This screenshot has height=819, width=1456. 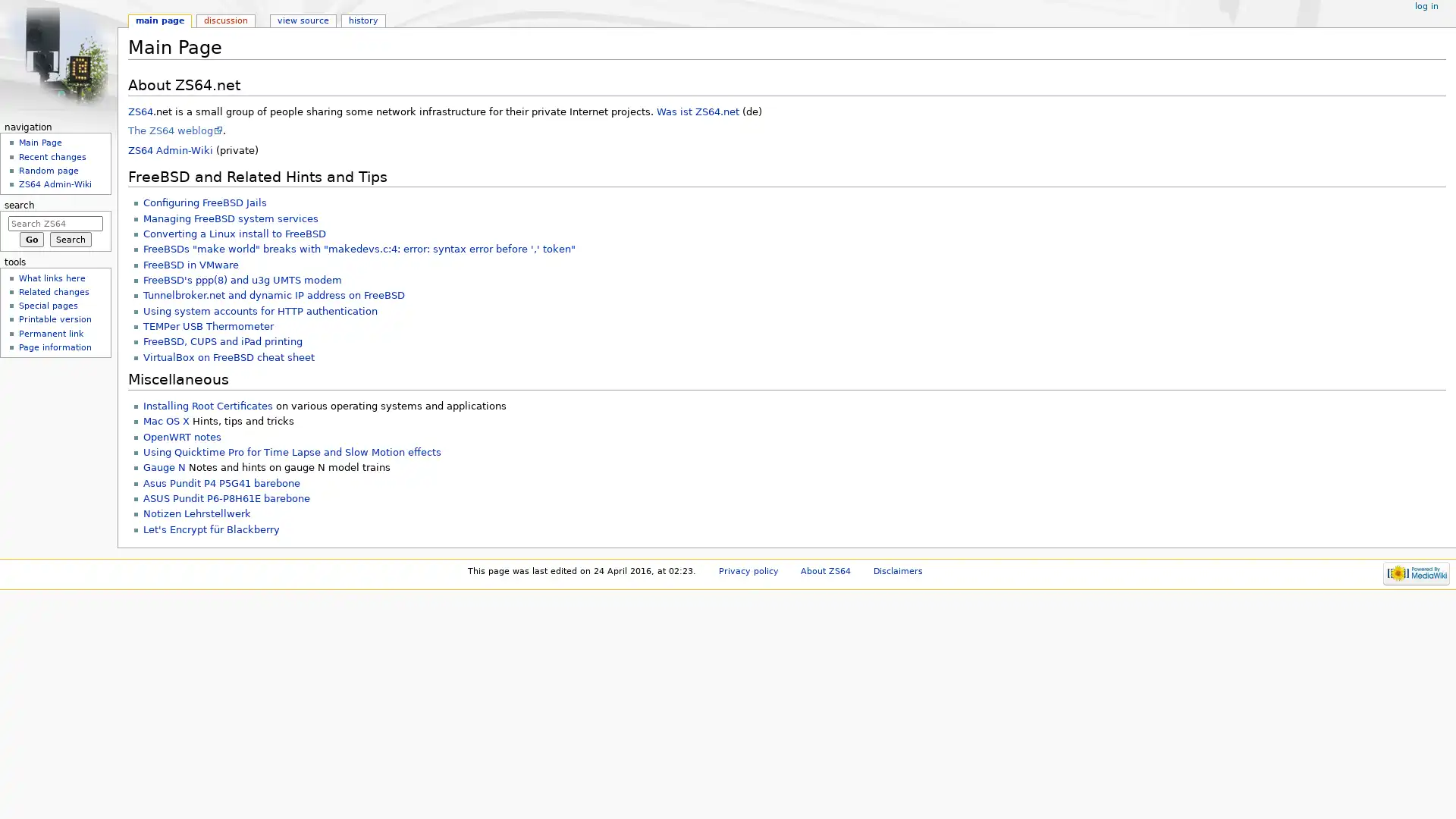 I want to click on Search, so click(x=70, y=239).